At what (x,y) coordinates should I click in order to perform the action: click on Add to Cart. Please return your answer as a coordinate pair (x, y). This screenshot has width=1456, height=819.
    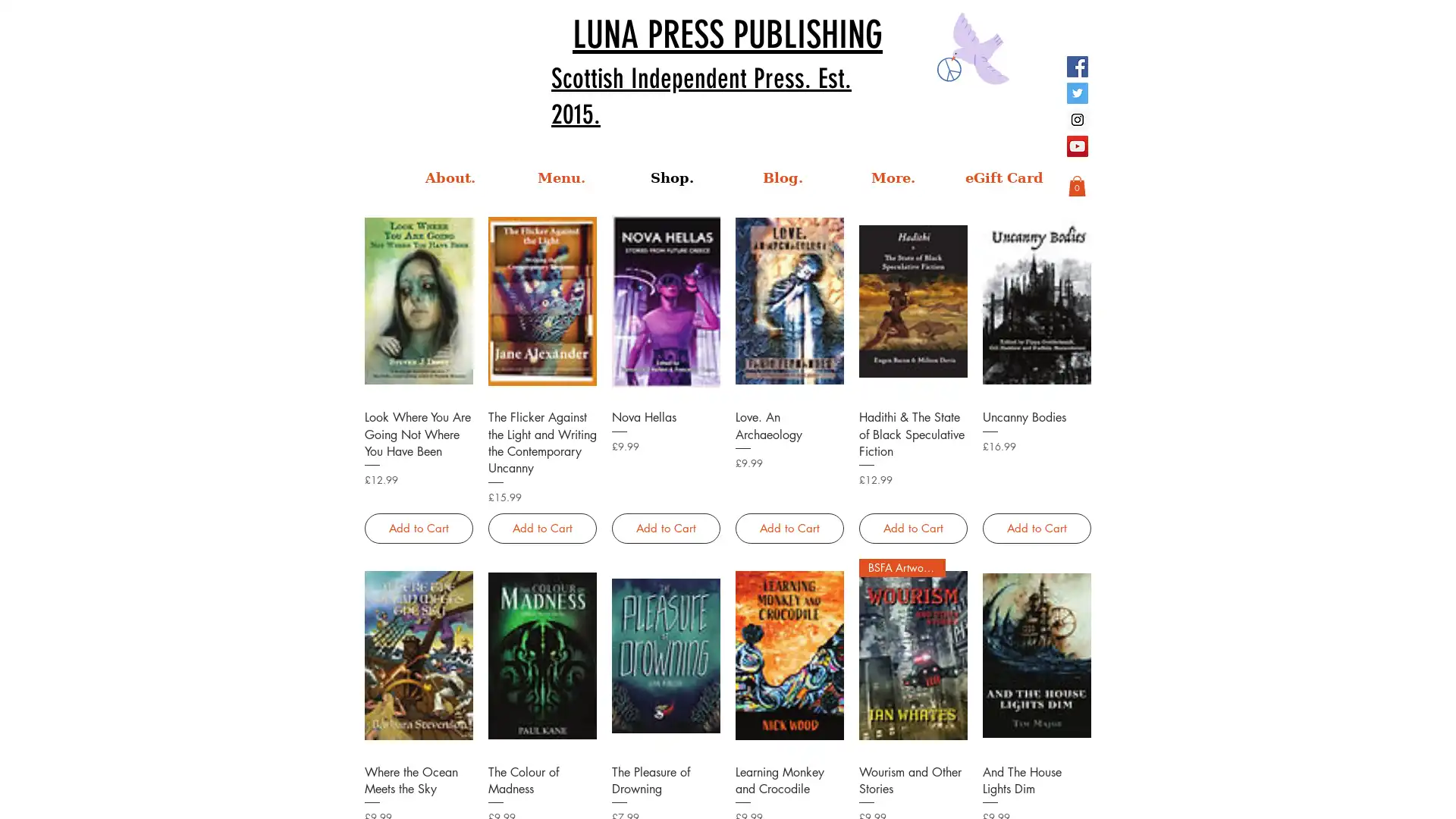
    Looking at the image, I should click on (419, 527).